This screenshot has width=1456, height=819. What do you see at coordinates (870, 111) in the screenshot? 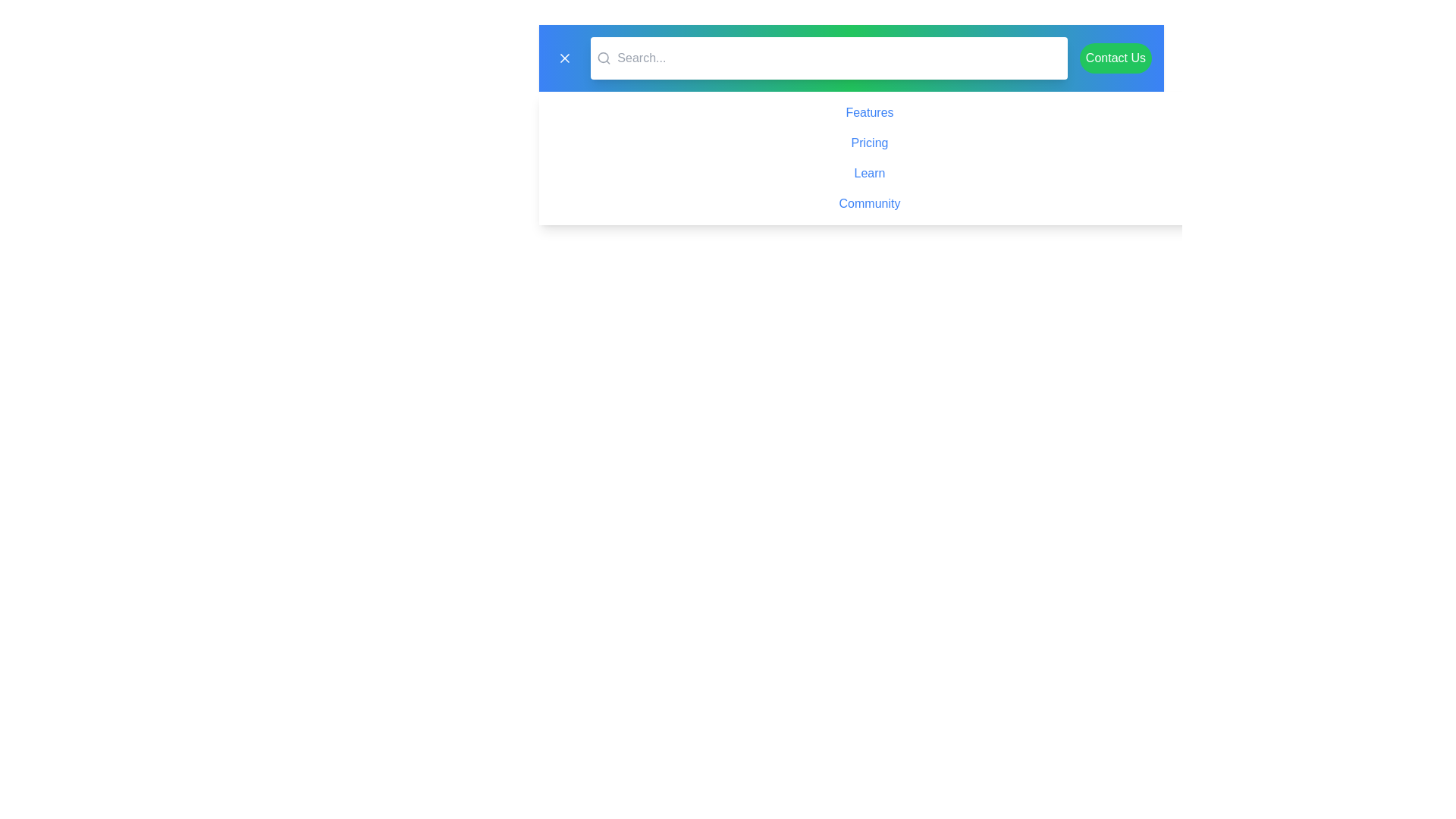
I see `keyboard navigation` at bounding box center [870, 111].